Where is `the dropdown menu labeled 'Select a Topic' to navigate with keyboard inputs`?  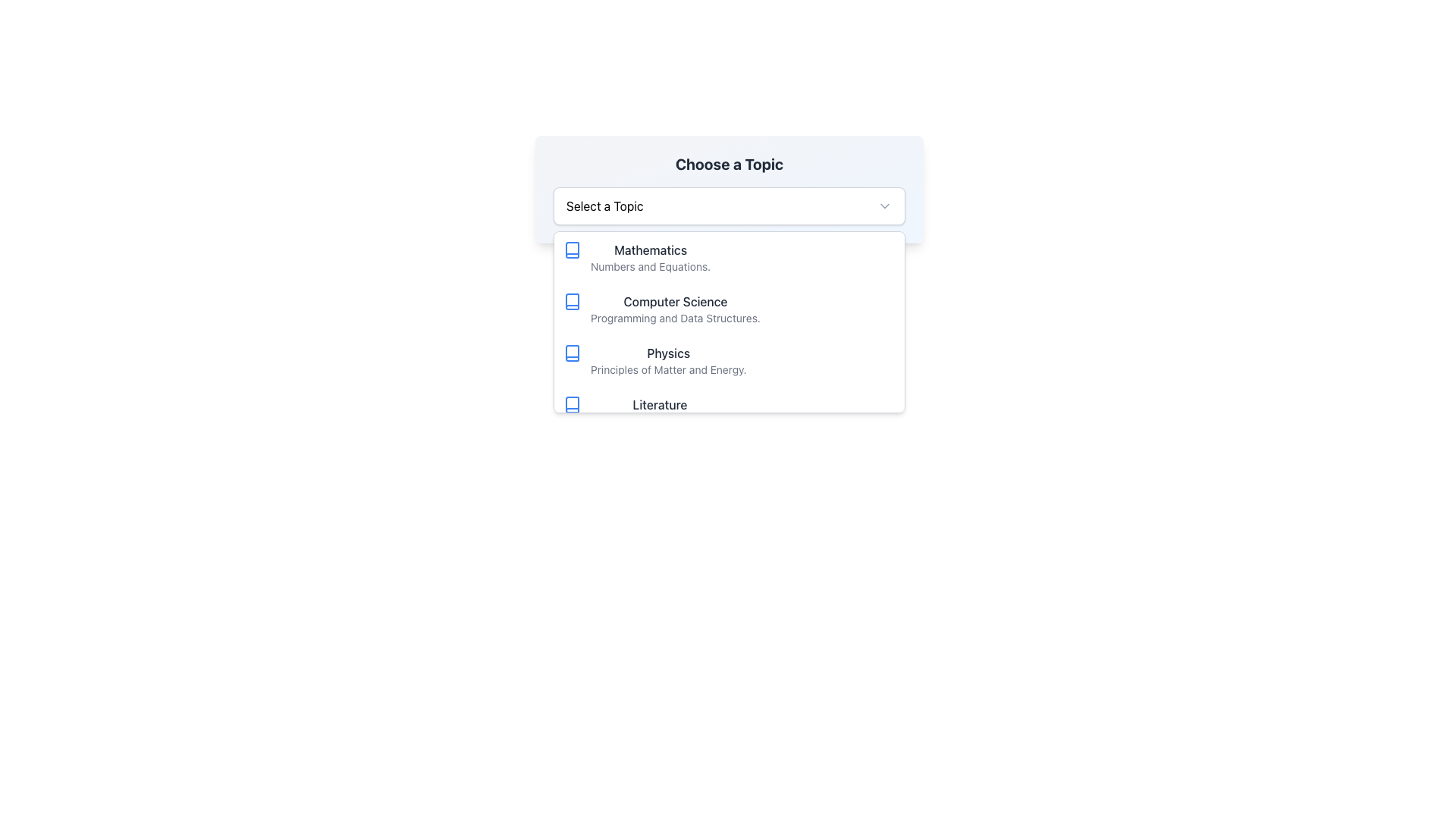
the dropdown menu labeled 'Select a Topic' to navigate with keyboard inputs is located at coordinates (729, 206).